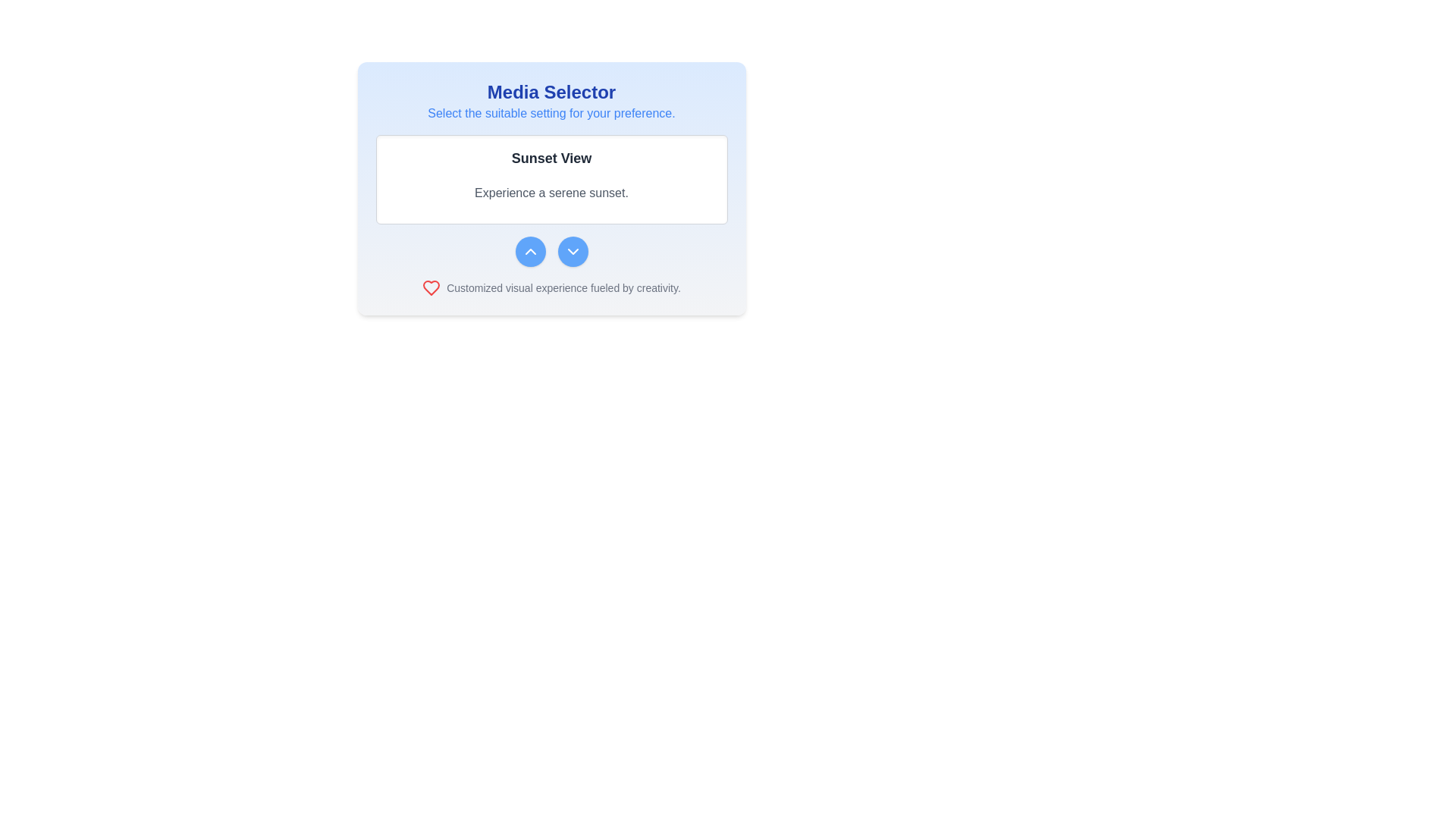 The height and width of the screenshot is (819, 1456). Describe the element at coordinates (551, 93) in the screenshot. I see `the bold text label 'Media Selector' which is styled in a large font size and dark blue color, positioned at the top of the interface as the title of the section` at that location.